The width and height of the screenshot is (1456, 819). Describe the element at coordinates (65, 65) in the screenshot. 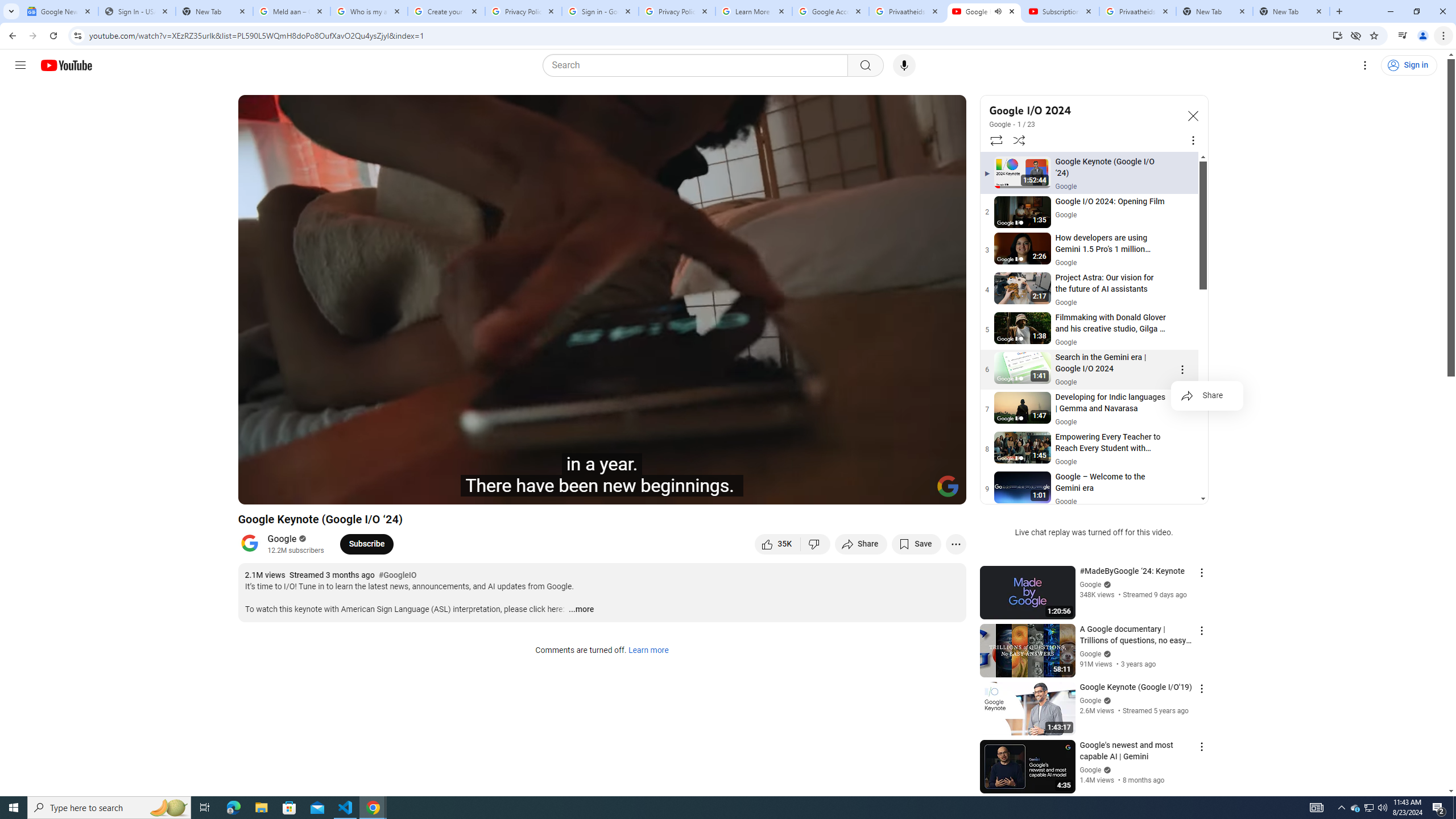

I see `'YouTube Home'` at that location.